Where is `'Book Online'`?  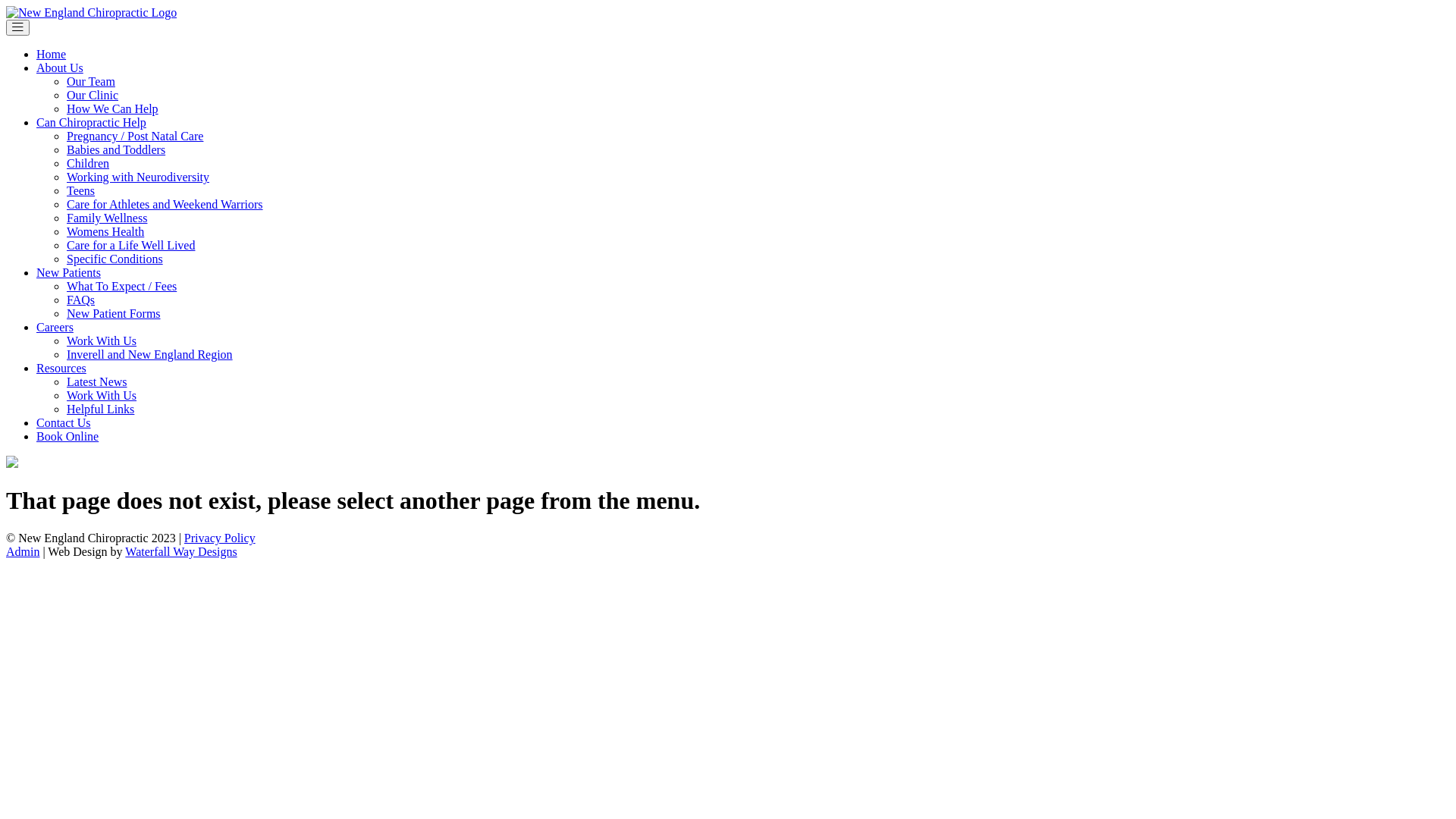
'Book Online' is located at coordinates (67, 436).